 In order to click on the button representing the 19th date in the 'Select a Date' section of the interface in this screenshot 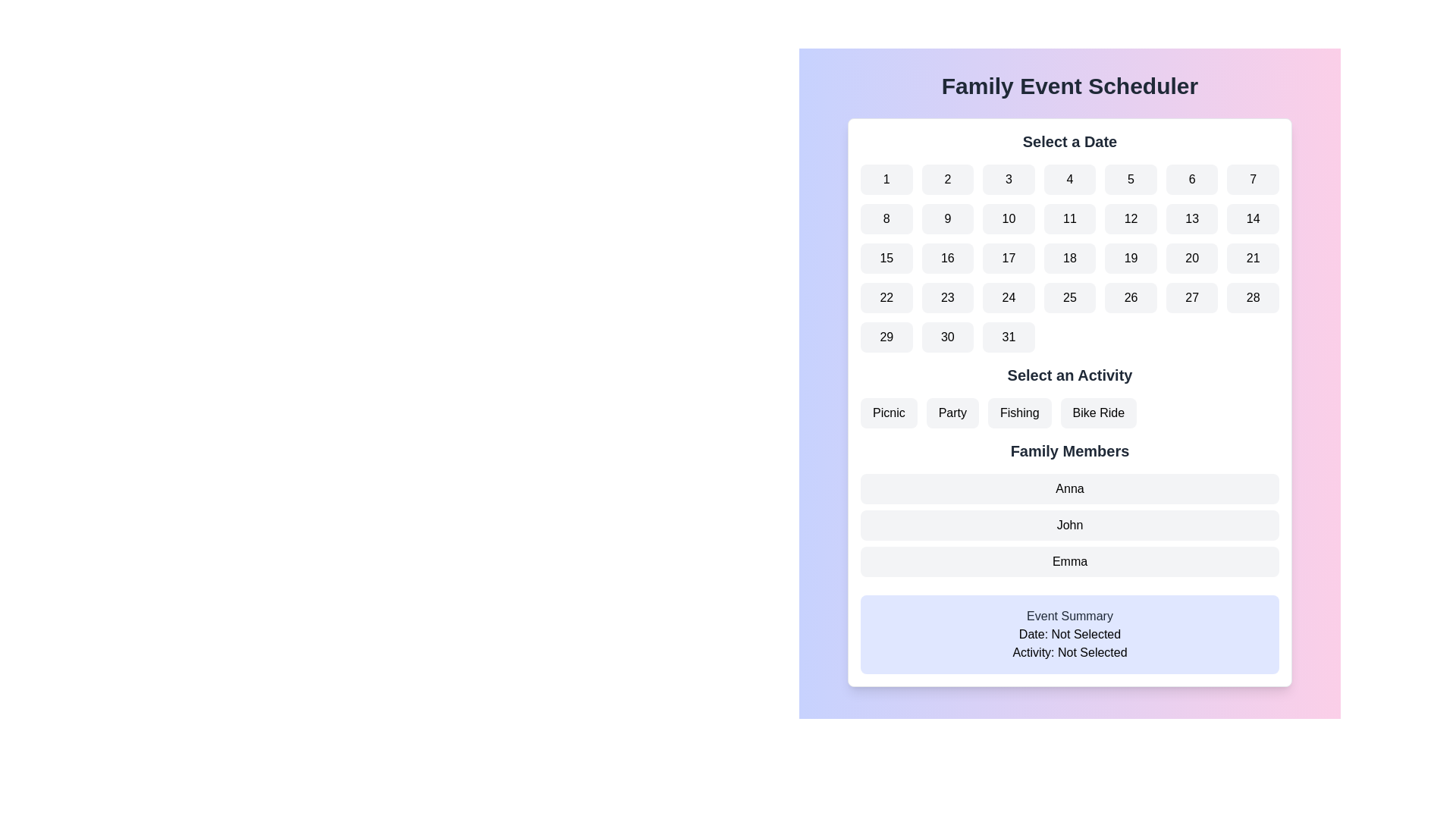, I will do `click(1131, 257)`.